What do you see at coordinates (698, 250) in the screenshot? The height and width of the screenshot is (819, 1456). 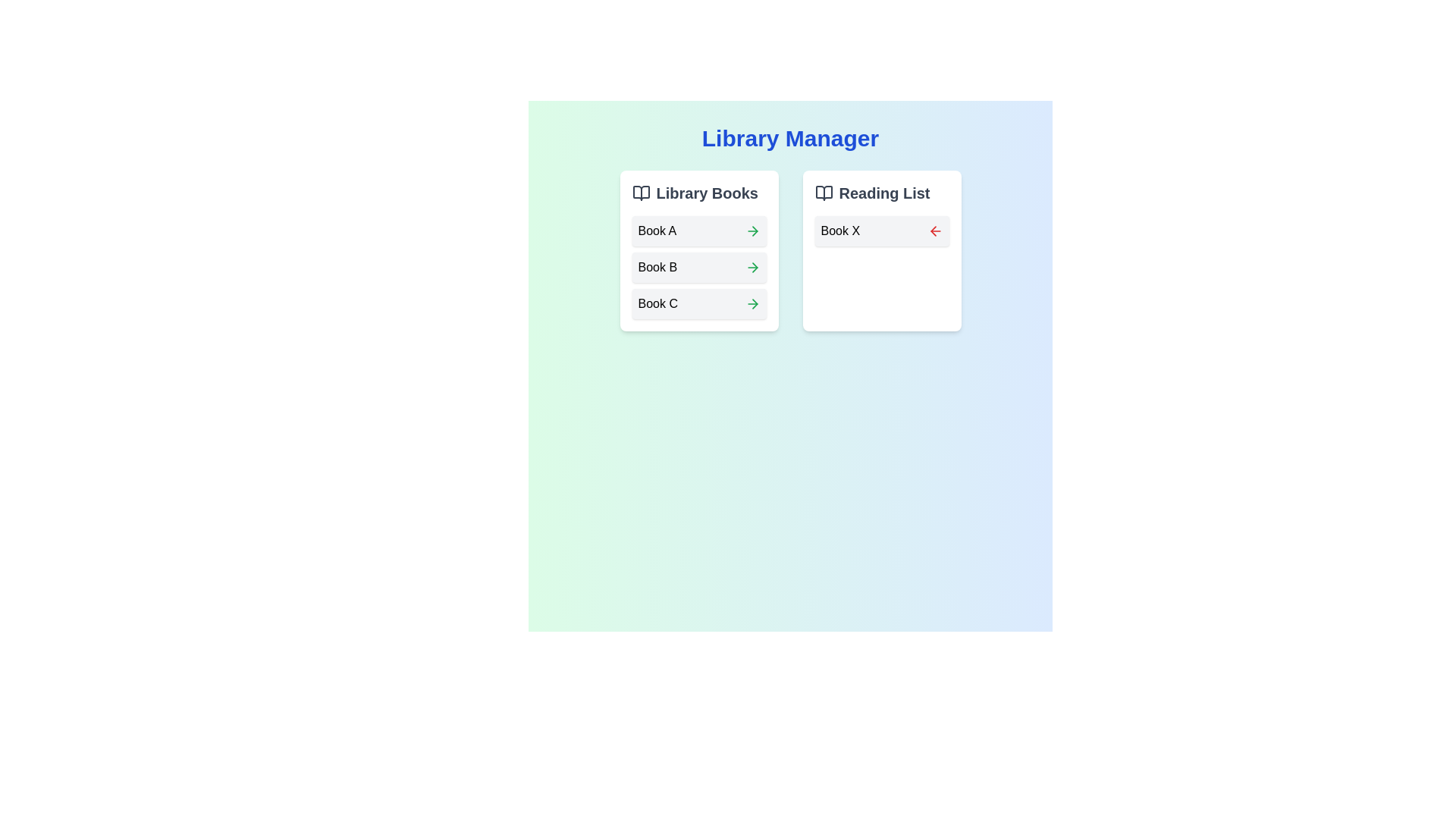 I see `the book titles in the 'Library Books' card, which features a white background and rounded corners, containing the titles 'Book A', 'Book B', and 'Book C'` at bounding box center [698, 250].